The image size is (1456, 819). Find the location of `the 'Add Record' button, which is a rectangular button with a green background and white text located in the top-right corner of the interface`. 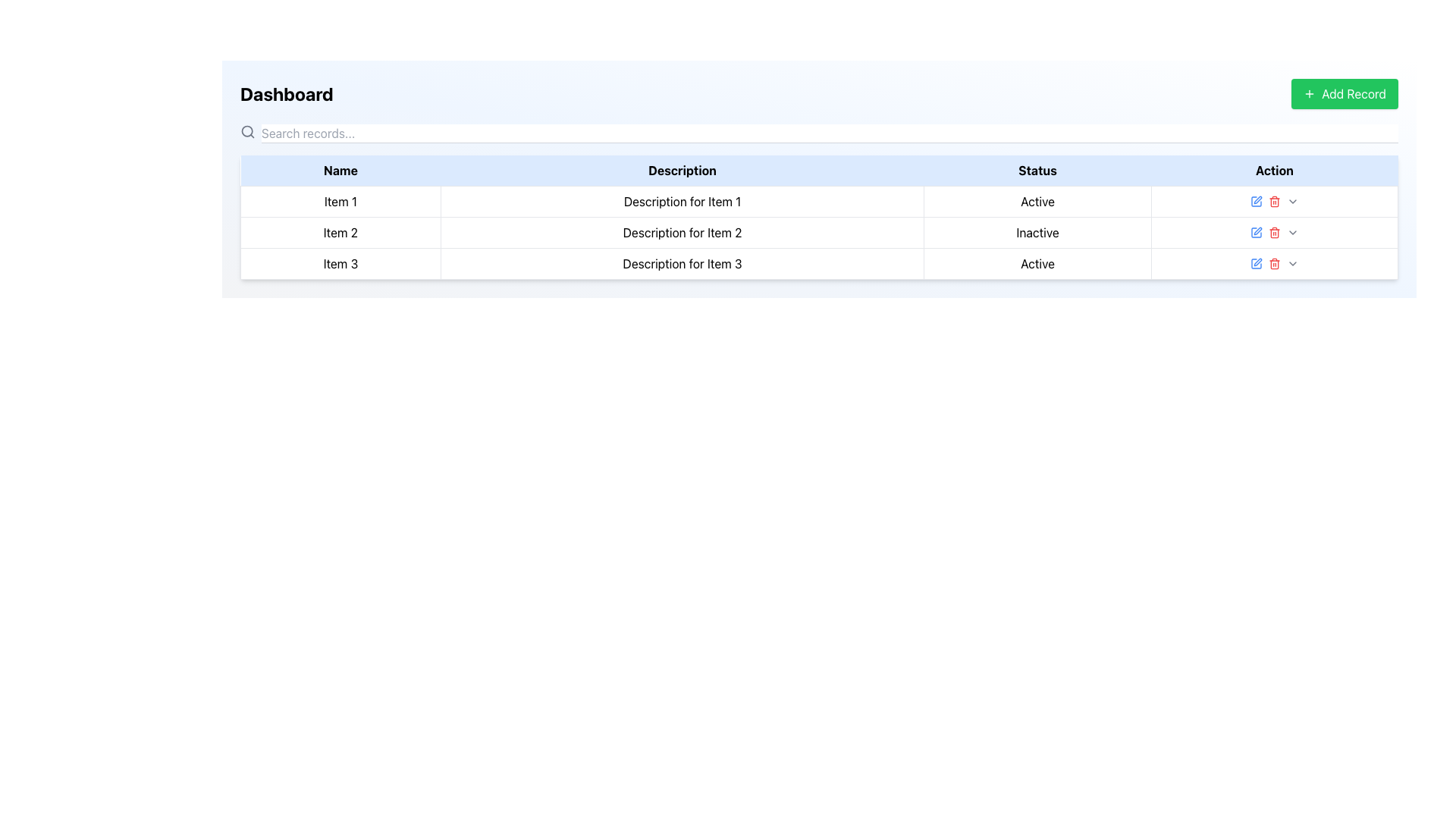

the 'Add Record' button, which is a rectangular button with a green background and white text located in the top-right corner of the interface is located at coordinates (1345, 93).